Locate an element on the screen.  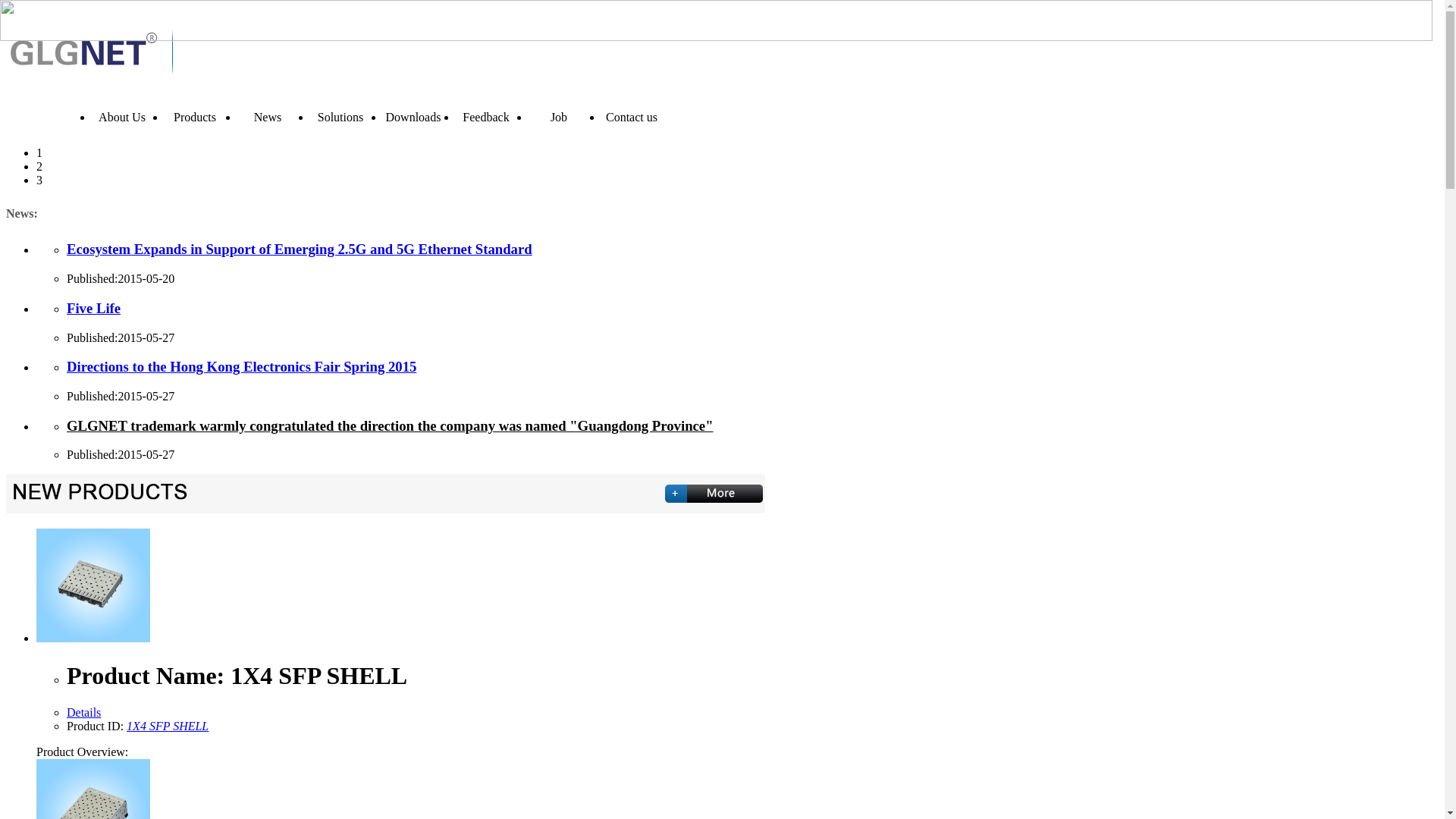
'1X4 SFP SHELL' is located at coordinates (93, 638).